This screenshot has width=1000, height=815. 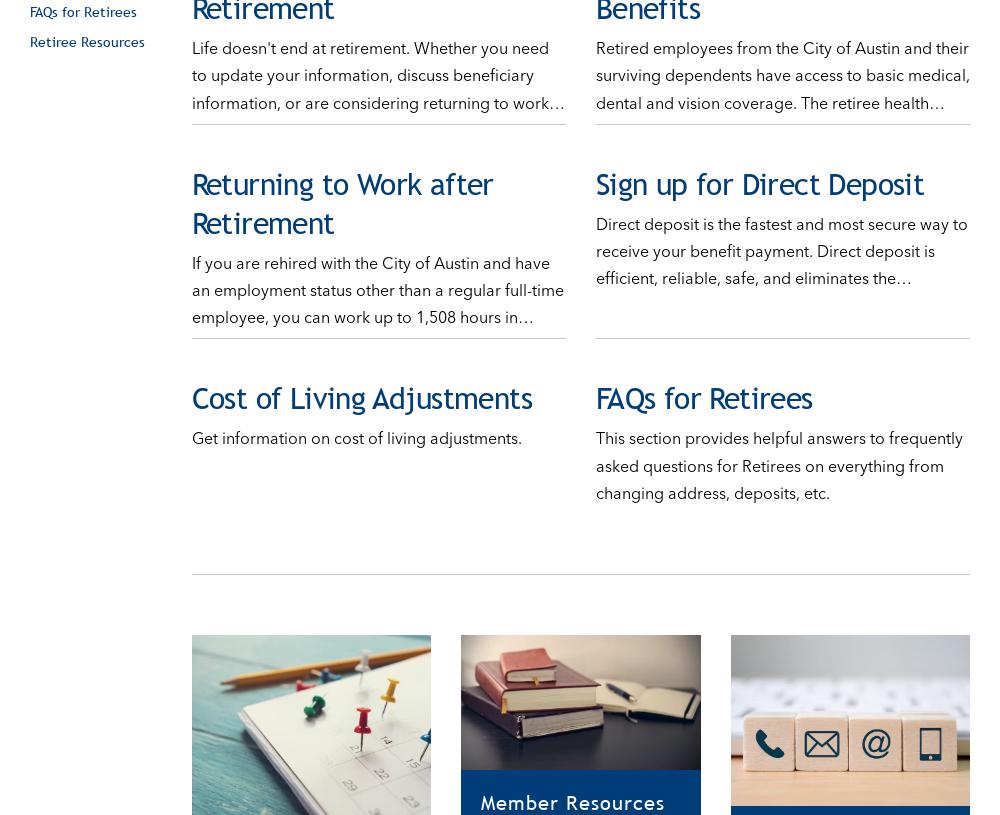 I want to click on 'Retired employees from the City of Austin and their surviving dependents have access to basic medical, dental and vision coverage. The retiree health…', so click(x=594, y=54).